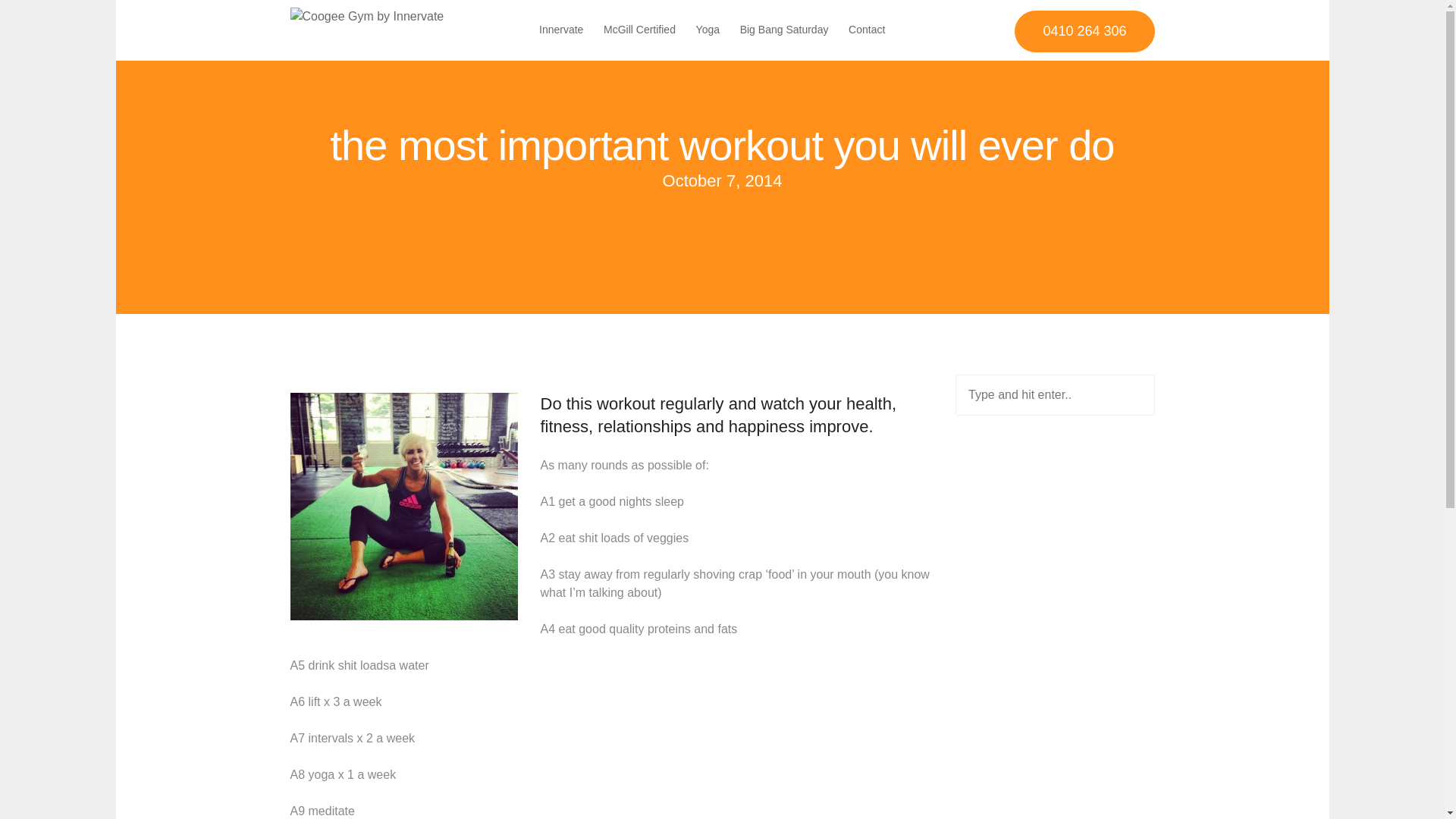 The width and height of the screenshot is (1456, 819). What do you see at coordinates (1015, 31) in the screenshot?
I see `'0410 264 306'` at bounding box center [1015, 31].